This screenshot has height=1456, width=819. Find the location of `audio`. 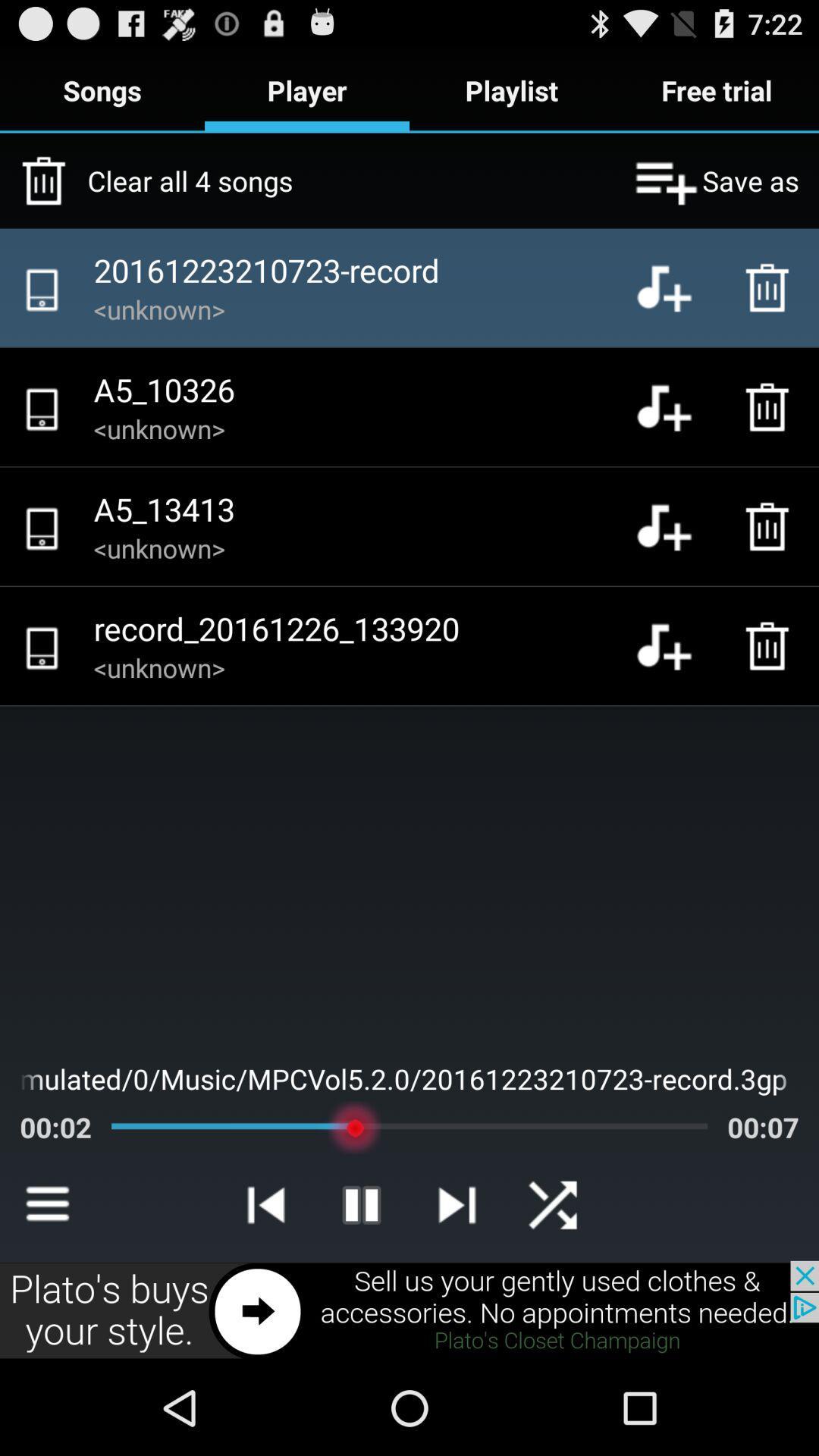

audio is located at coordinates (675, 526).